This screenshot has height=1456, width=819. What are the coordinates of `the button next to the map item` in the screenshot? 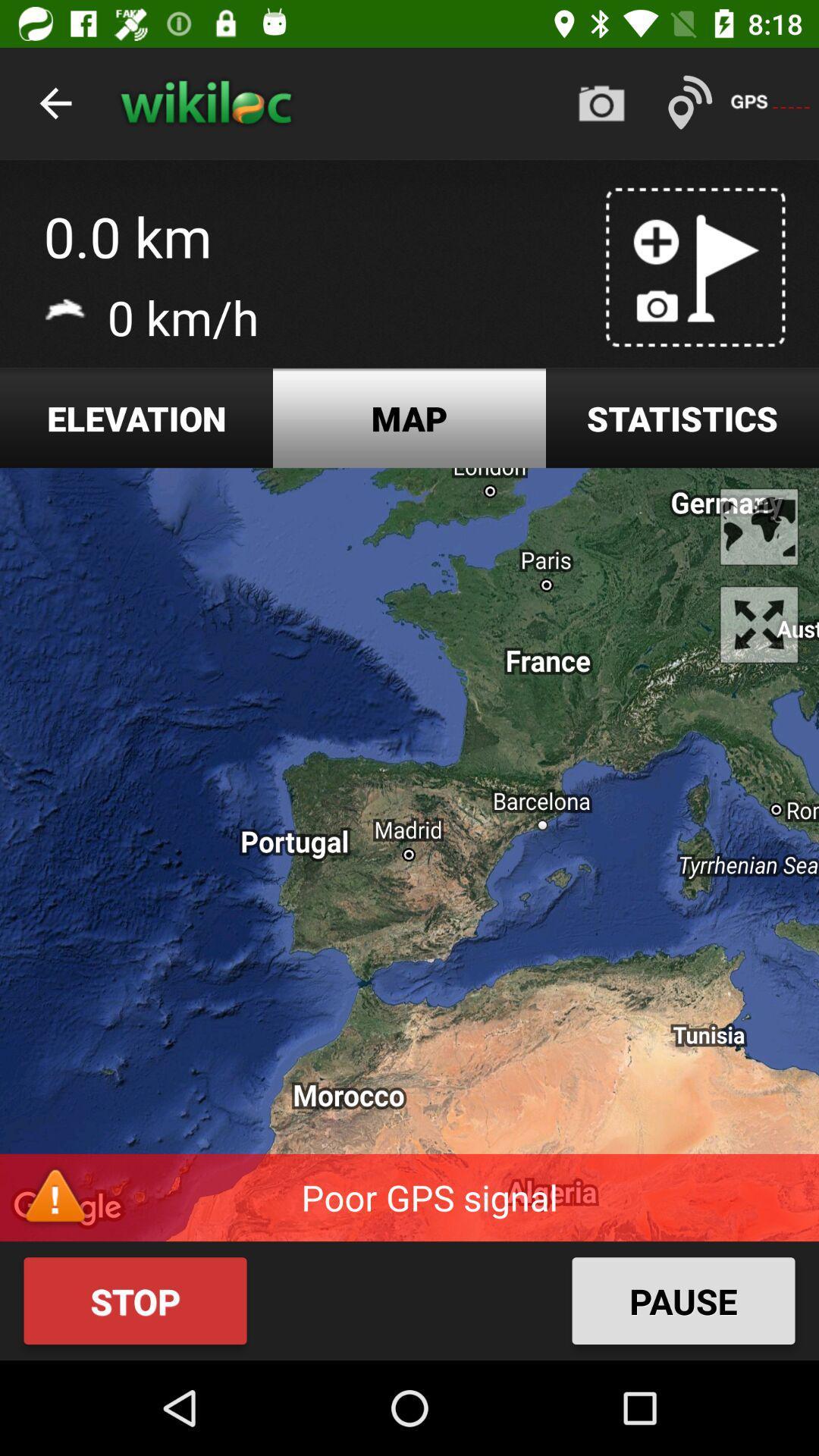 It's located at (681, 418).